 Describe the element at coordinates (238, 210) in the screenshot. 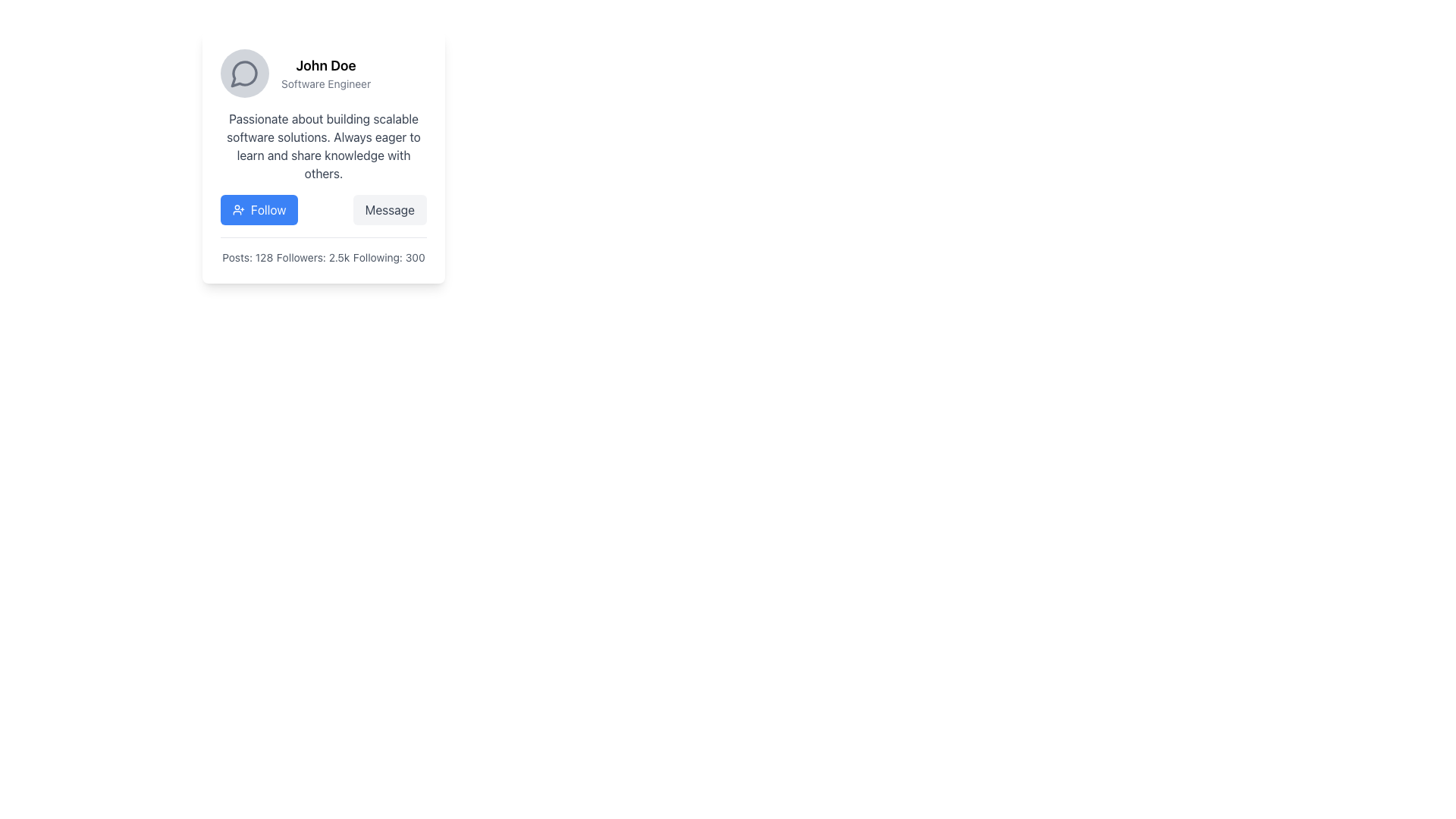

I see `the user-plus icon within the blue 'Follow' button located to the left of the user's profile card, which visually represents the action of 'Following'` at that location.